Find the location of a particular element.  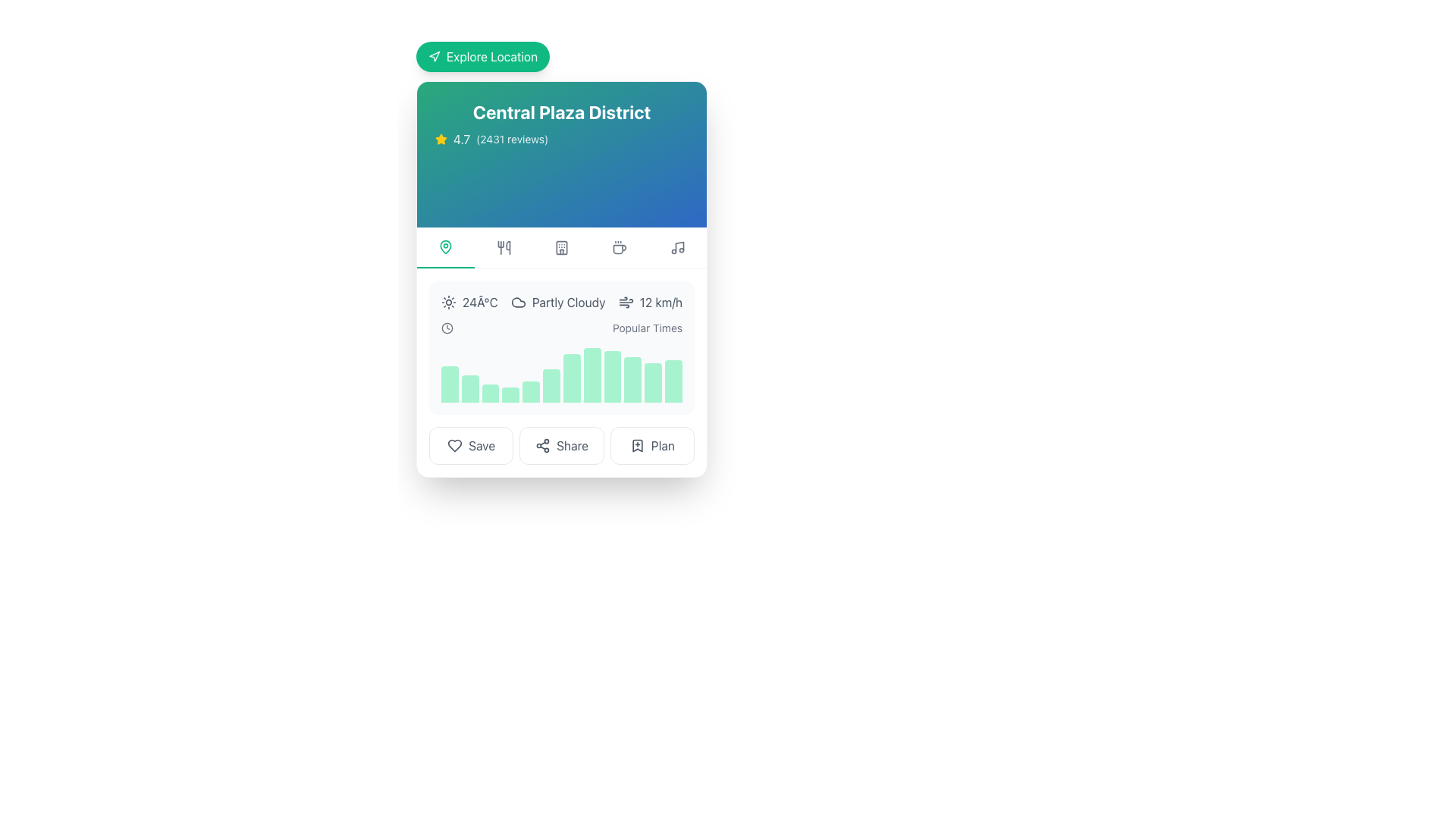

wind speed text label indicating 12 kilometers per hour for readability, located to the right of the 'Partly Cloudy' text and wind icon under 'Central Plaza District' is located at coordinates (661, 302).